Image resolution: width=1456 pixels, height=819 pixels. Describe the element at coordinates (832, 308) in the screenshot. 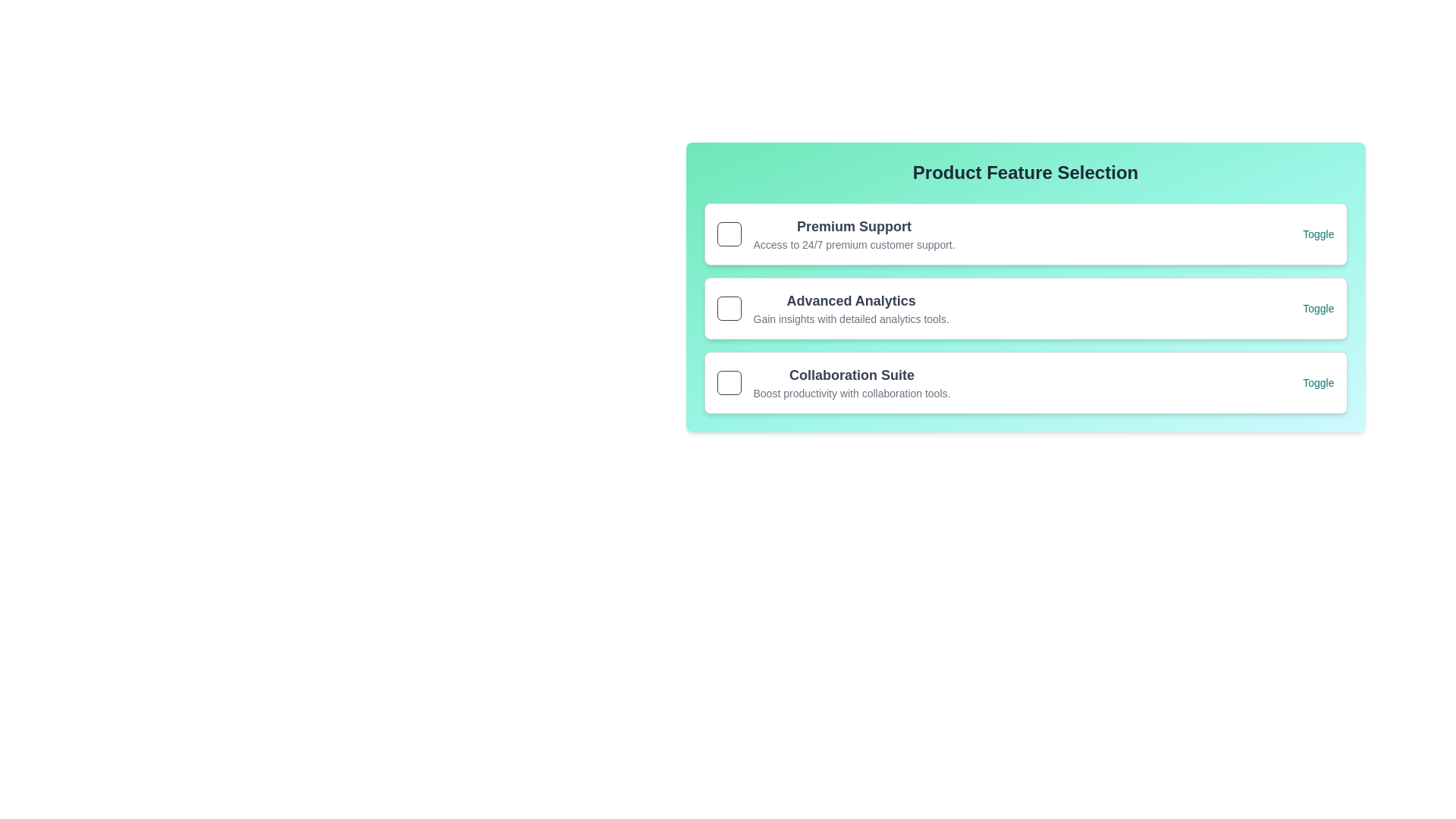

I see `the checkbox associated with the 'Advanced Analytics' feature in the feature selection list` at that location.